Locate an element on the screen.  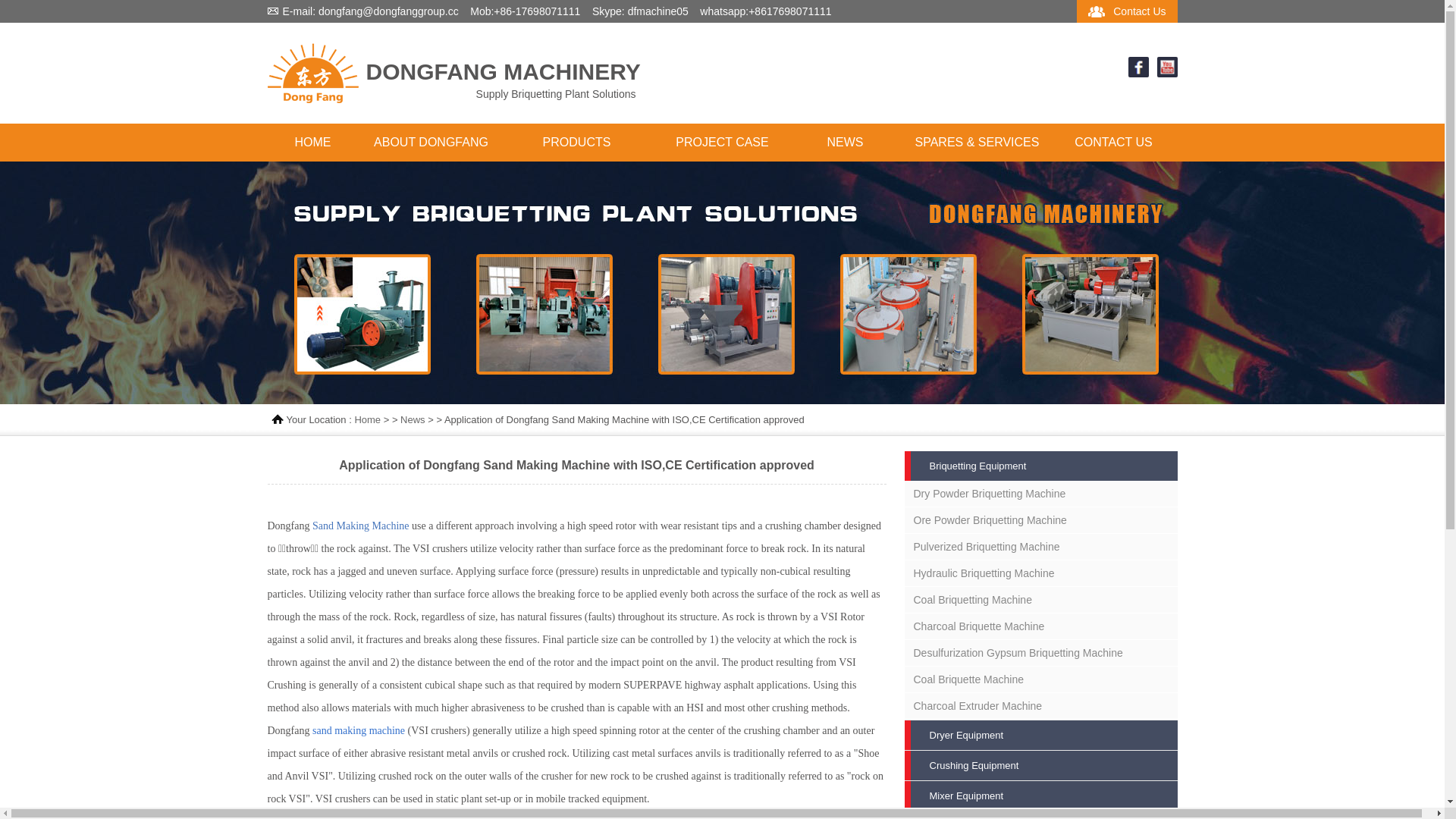
'youtube' is located at coordinates (1166, 73).